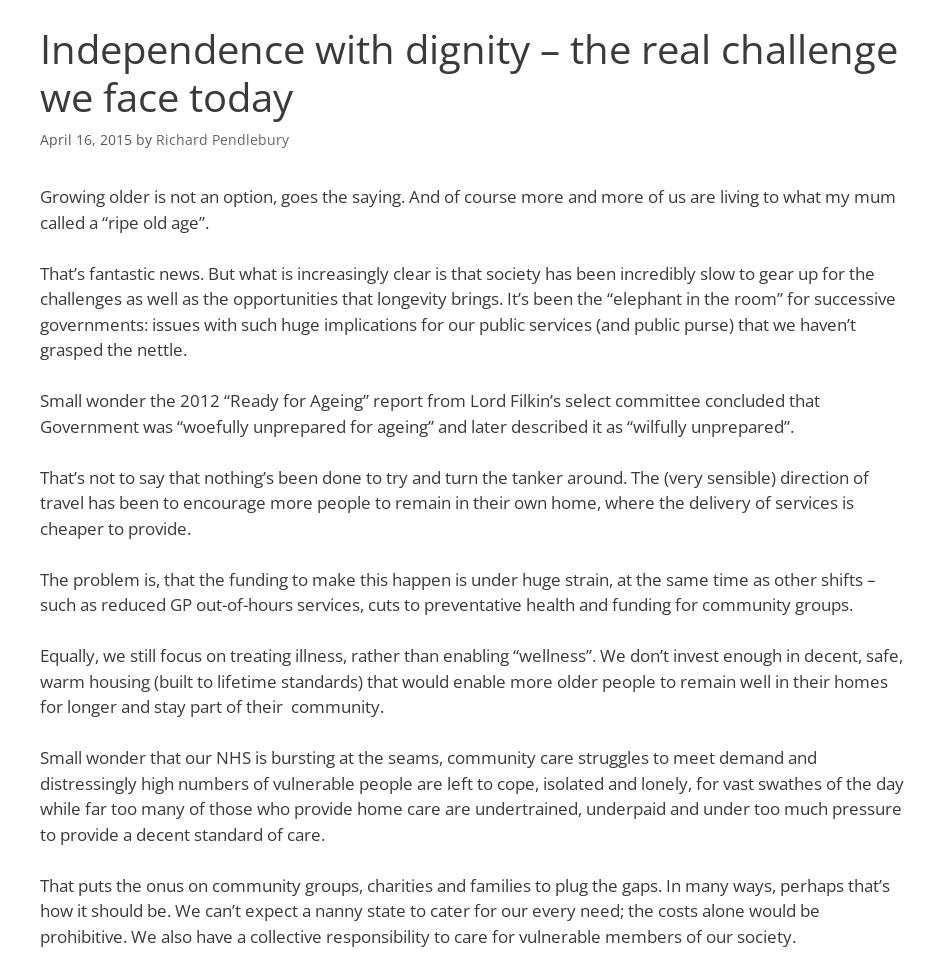  Describe the element at coordinates (470, 794) in the screenshot. I see `'Small wonder that our NHS is bursting at the seams, community care struggles to meet demand and distressingly high numbers of vulnerable people are left to cope, isolated and lonely, for vast swathes of the day while far too many of those who provide home care are undertrained, underpaid and under too much pressure to provide a decent standard of care.'` at that location.